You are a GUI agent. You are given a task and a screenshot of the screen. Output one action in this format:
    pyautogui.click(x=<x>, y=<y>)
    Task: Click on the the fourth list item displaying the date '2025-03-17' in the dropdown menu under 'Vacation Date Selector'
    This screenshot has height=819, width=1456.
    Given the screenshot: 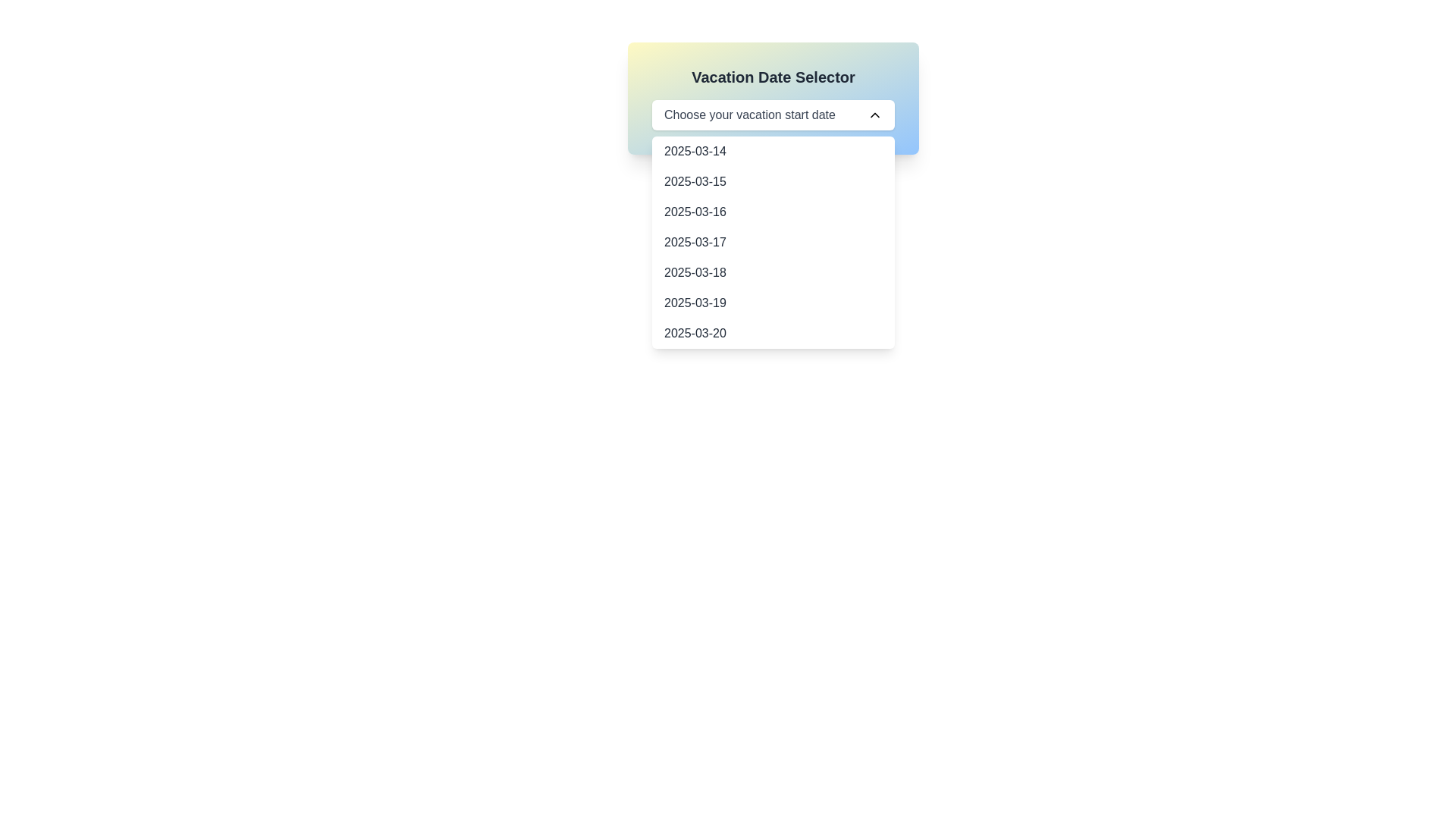 What is the action you would take?
    pyautogui.click(x=773, y=242)
    